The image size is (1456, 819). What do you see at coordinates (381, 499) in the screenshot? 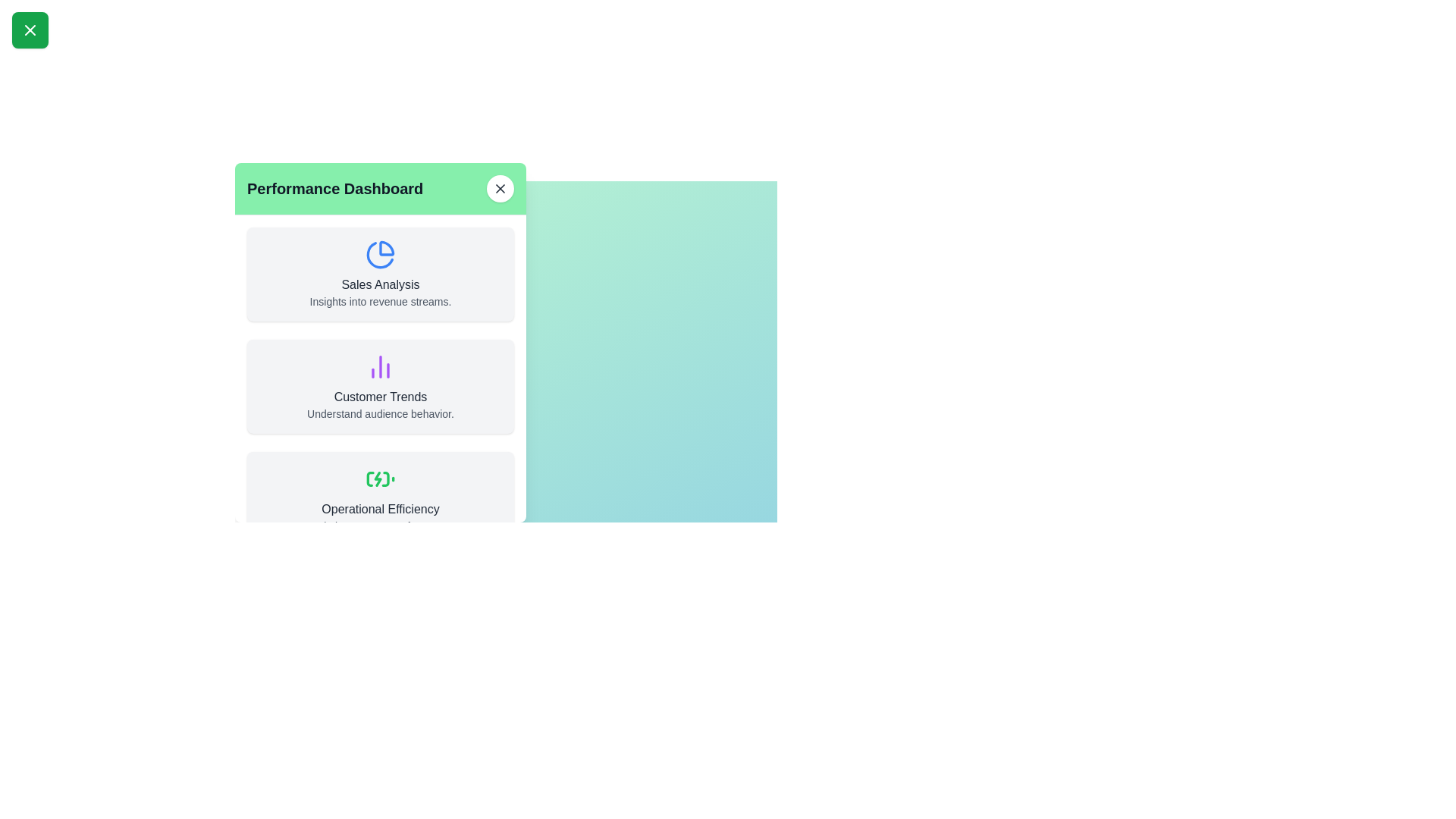
I see `the Informational Card that has a light gray background, rounded corners, and contains the battery icon along with the text 'Operational Efficiency' and subtitle 'Optimize process performance'. This card is the third in a list of three and is centered horizontally` at bounding box center [381, 499].